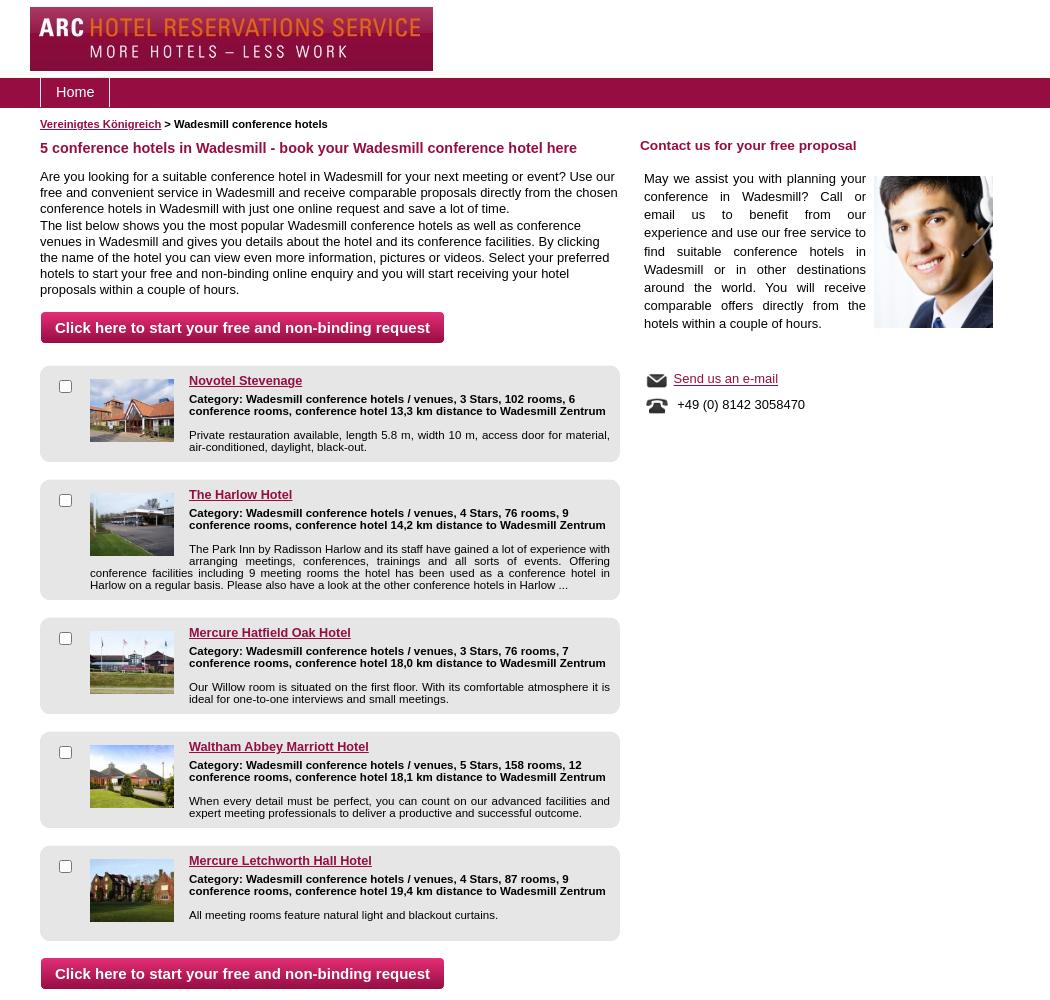 This screenshot has width=1050, height=1000. I want to click on 'Vereinigtes Königreich', so click(100, 123).